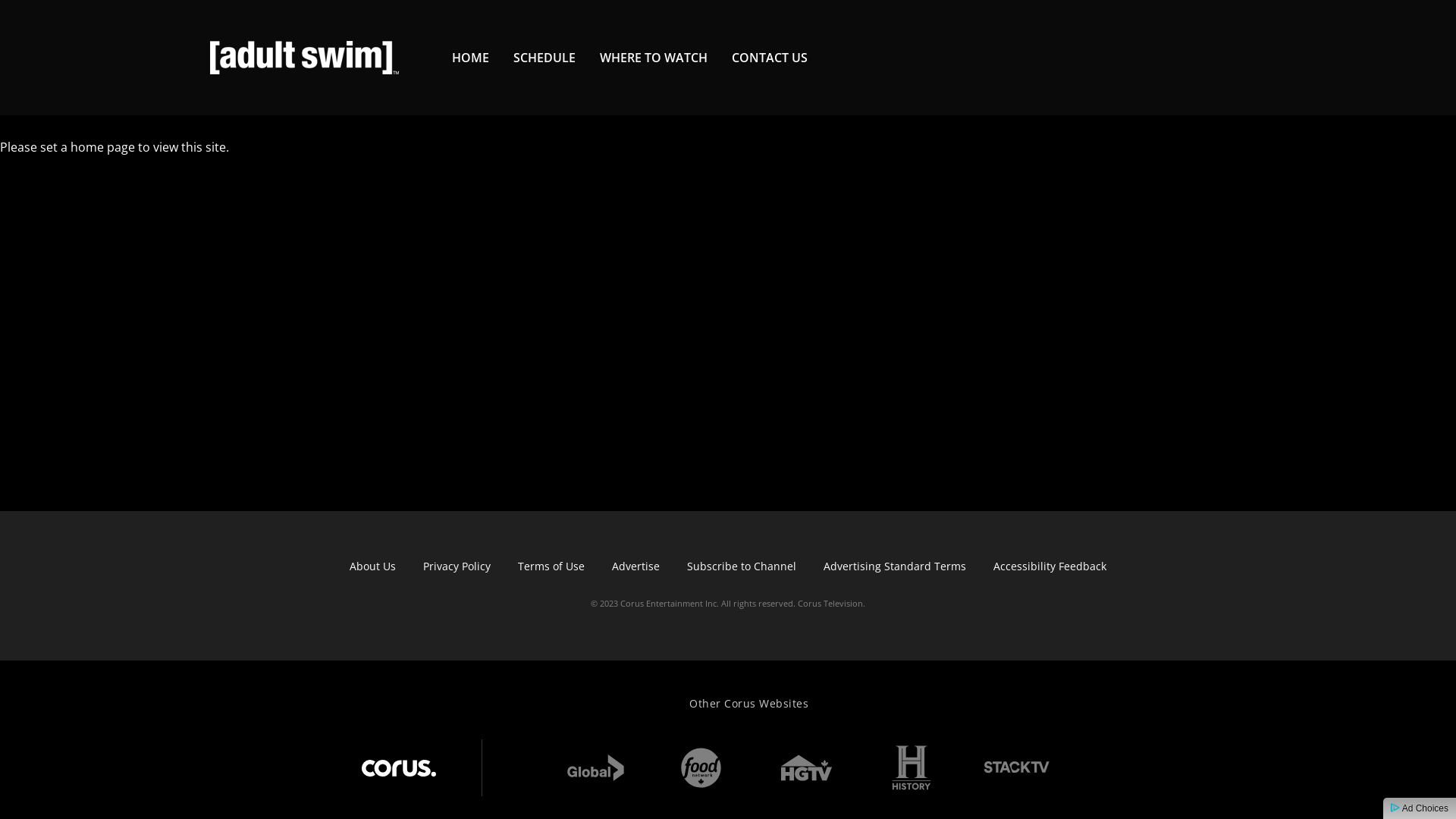 The width and height of the screenshot is (1456, 819). What do you see at coordinates (1001, 756) in the screenshot?
I see `'Stacktv'` at bounding box center [1001, 756].